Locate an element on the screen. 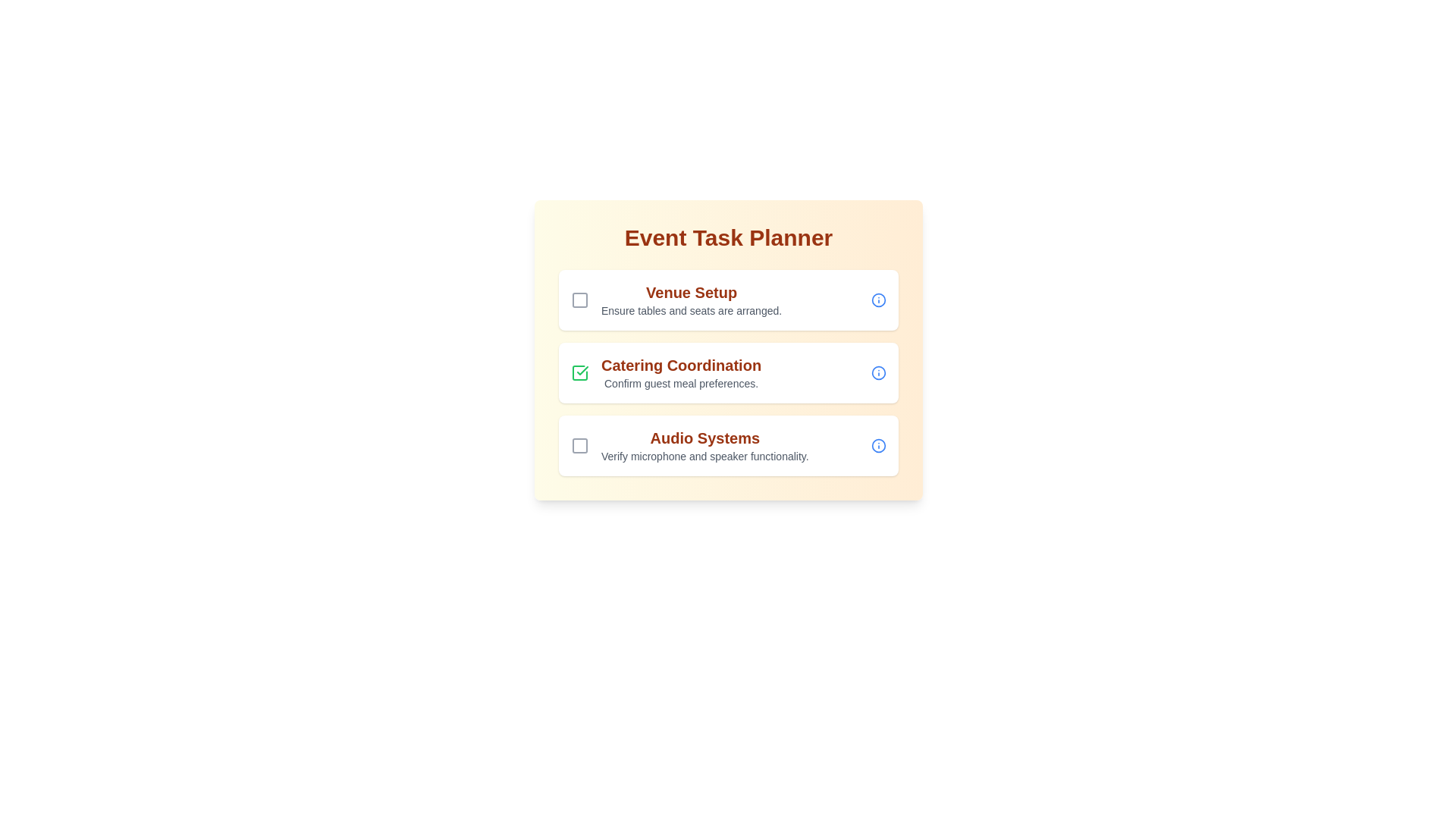 Image resolution: width=1456 pixels, height=819 pixels. the information icon of the task titled 'Venue Setup' to view its details is located at coordinates (878, 300).